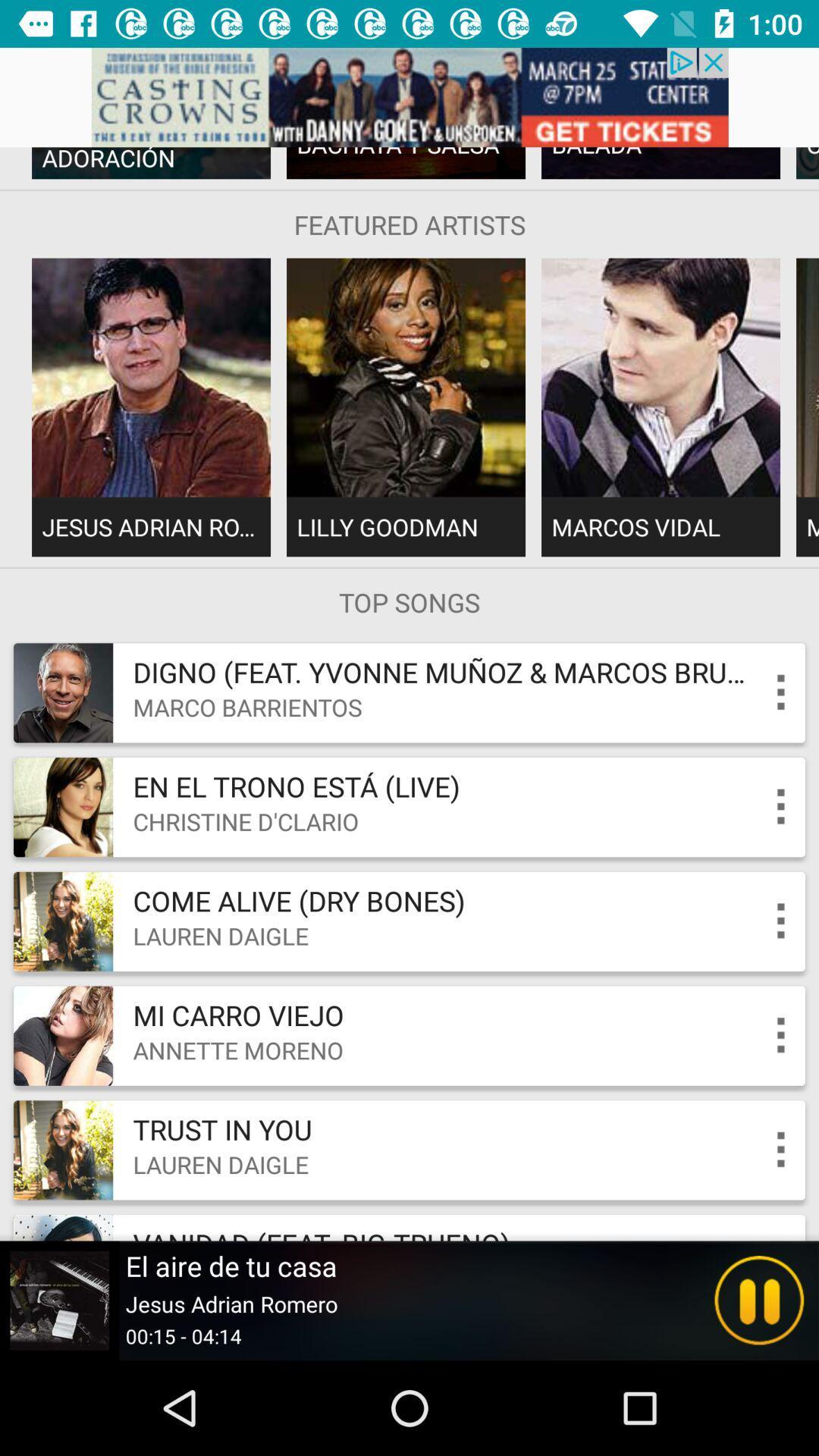 This screenshot has height=1456, width=819. Describe the element at coordinates (759, 1300) in the screenshot. I see `the pause icon` at that location.